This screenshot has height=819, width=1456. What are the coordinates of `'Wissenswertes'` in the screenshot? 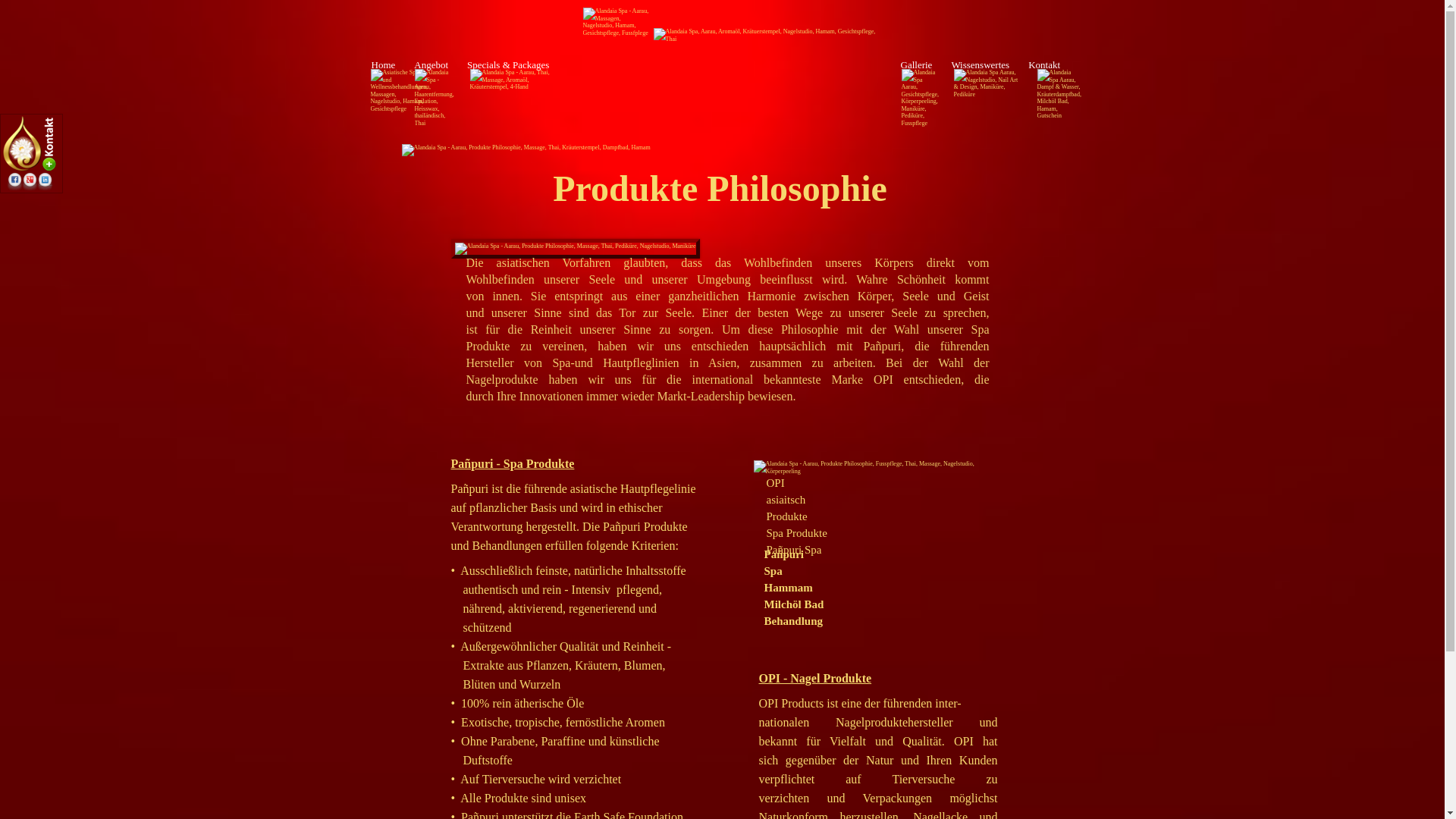 It's located at (980, 64).